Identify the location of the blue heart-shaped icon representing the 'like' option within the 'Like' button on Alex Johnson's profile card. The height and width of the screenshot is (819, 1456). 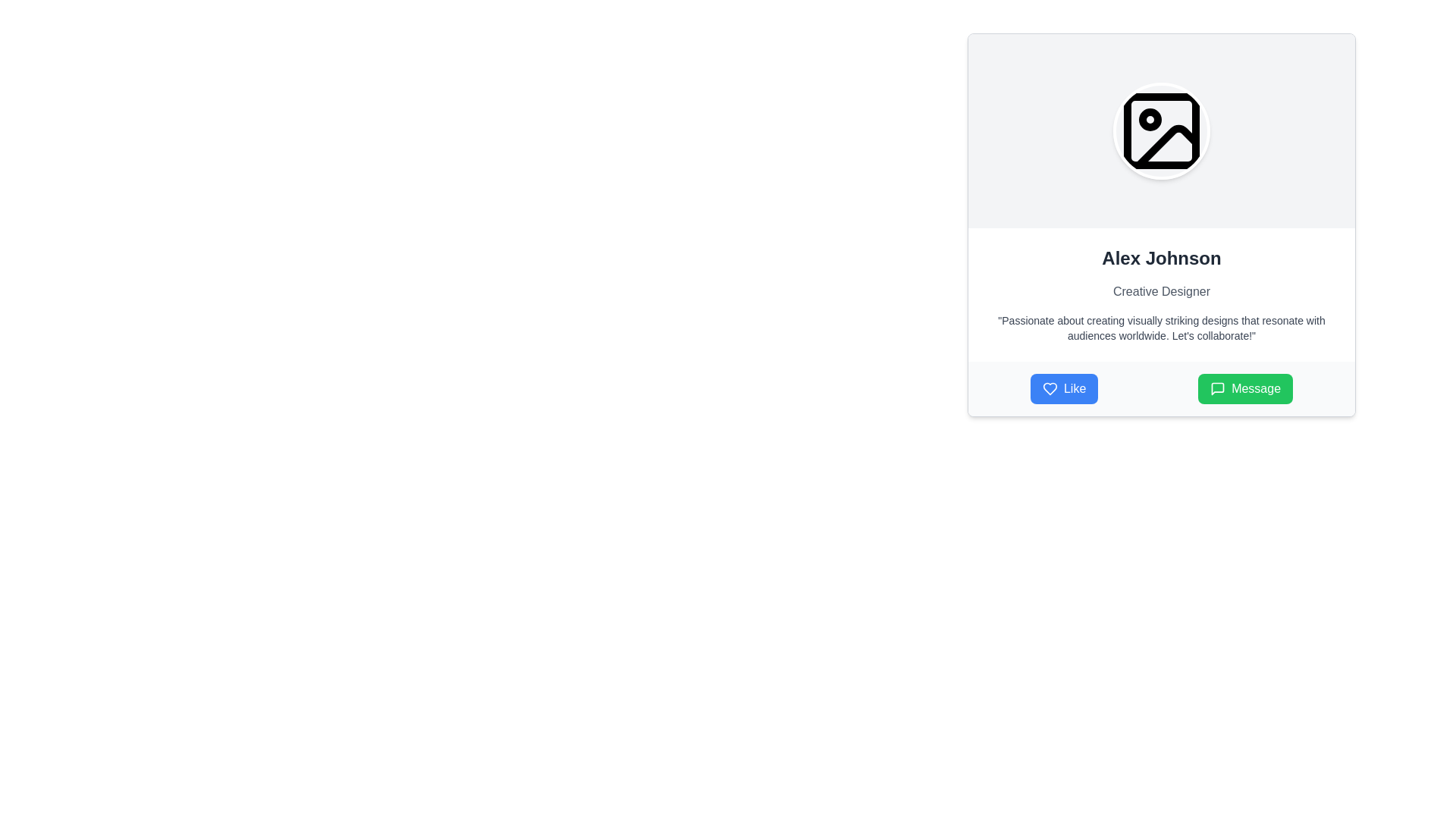
(1049, 388).